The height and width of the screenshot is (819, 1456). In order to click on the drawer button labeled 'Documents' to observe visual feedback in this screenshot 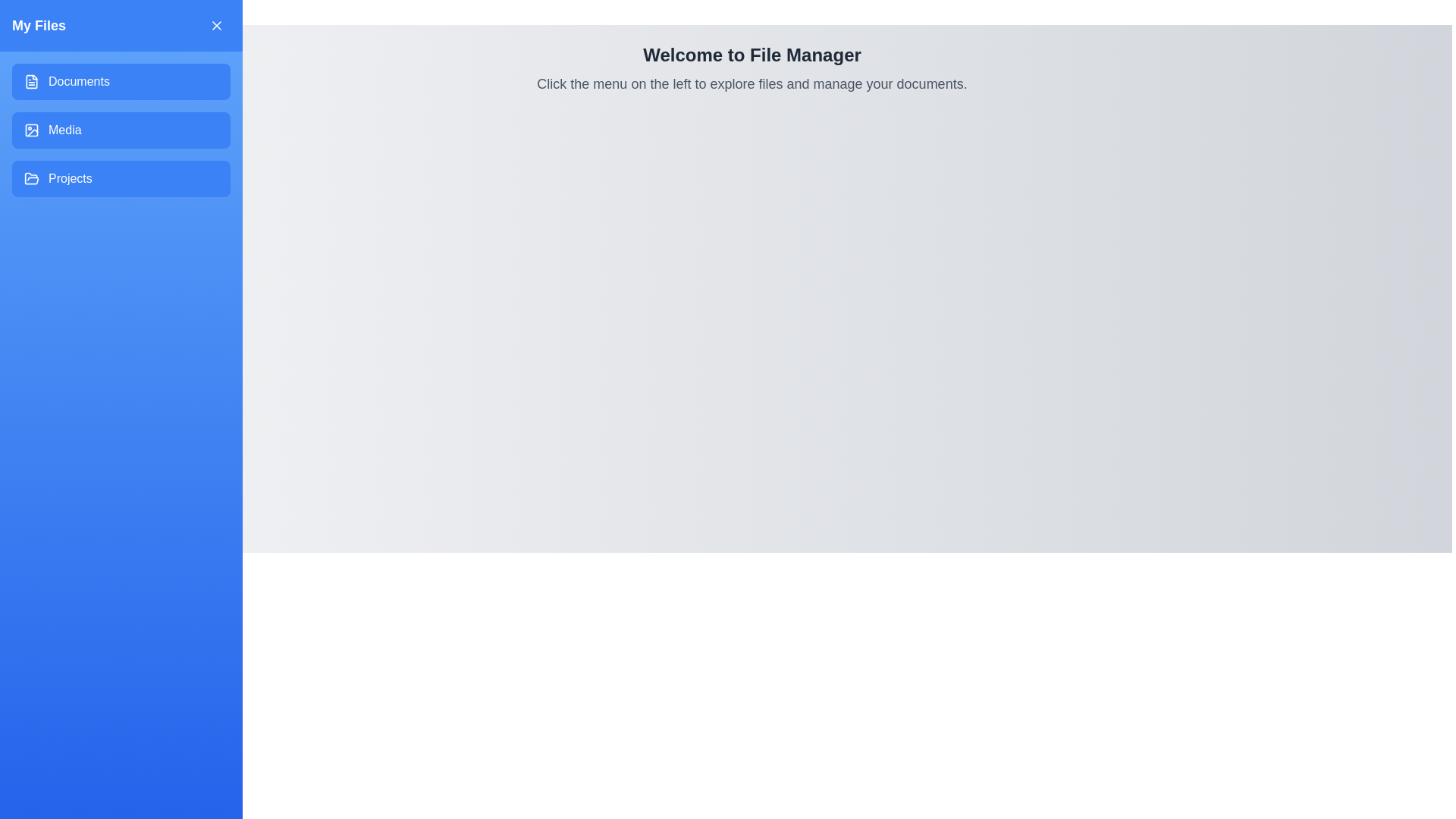, I will do `click(120, 82)`.